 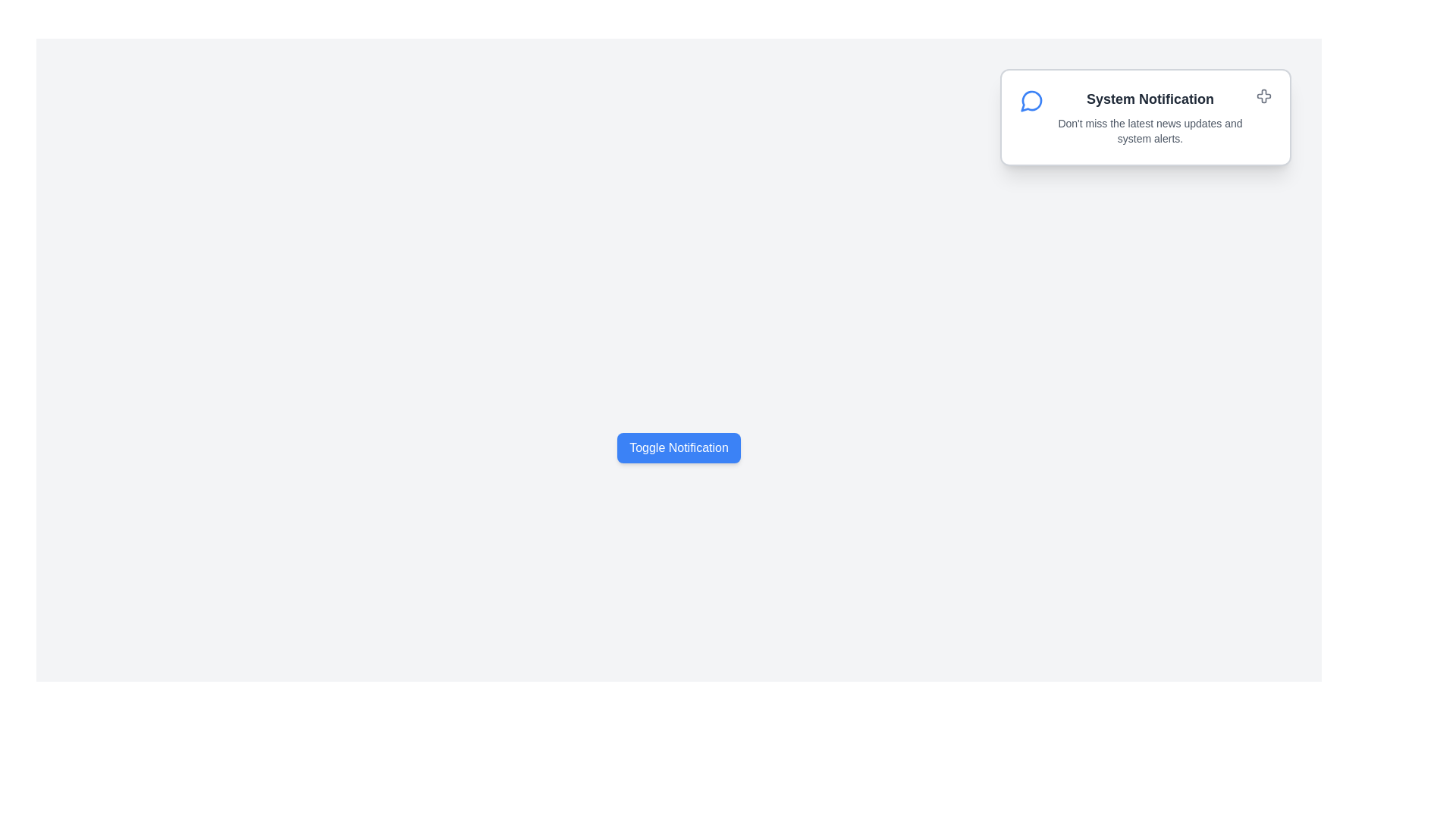 What do you see at coordinates (678, 447) in the screenshot?
I see `the button located in the lower section of the interface` at bounding box center [678, 447].